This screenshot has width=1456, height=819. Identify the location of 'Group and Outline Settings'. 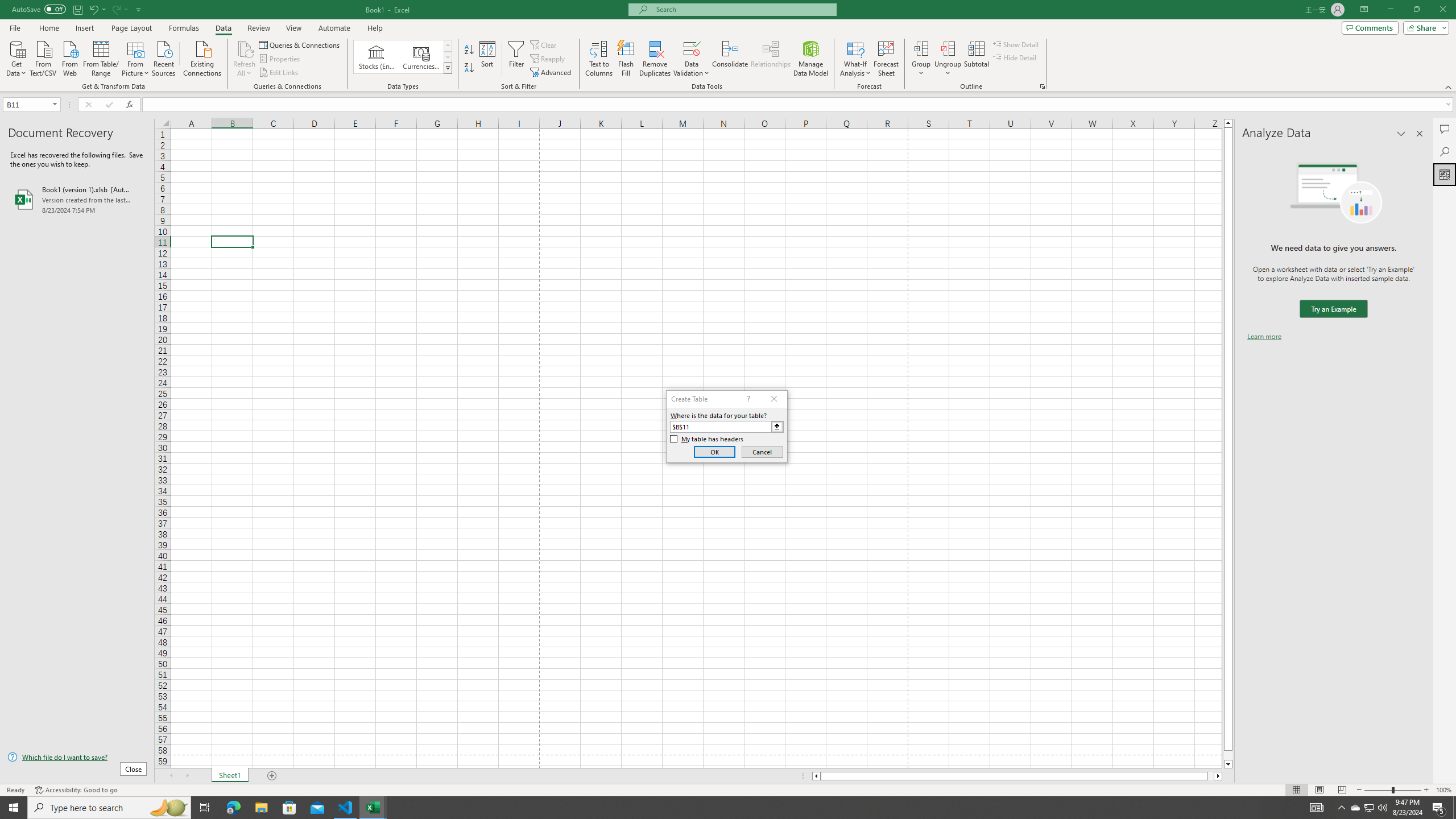
(1041, 85).